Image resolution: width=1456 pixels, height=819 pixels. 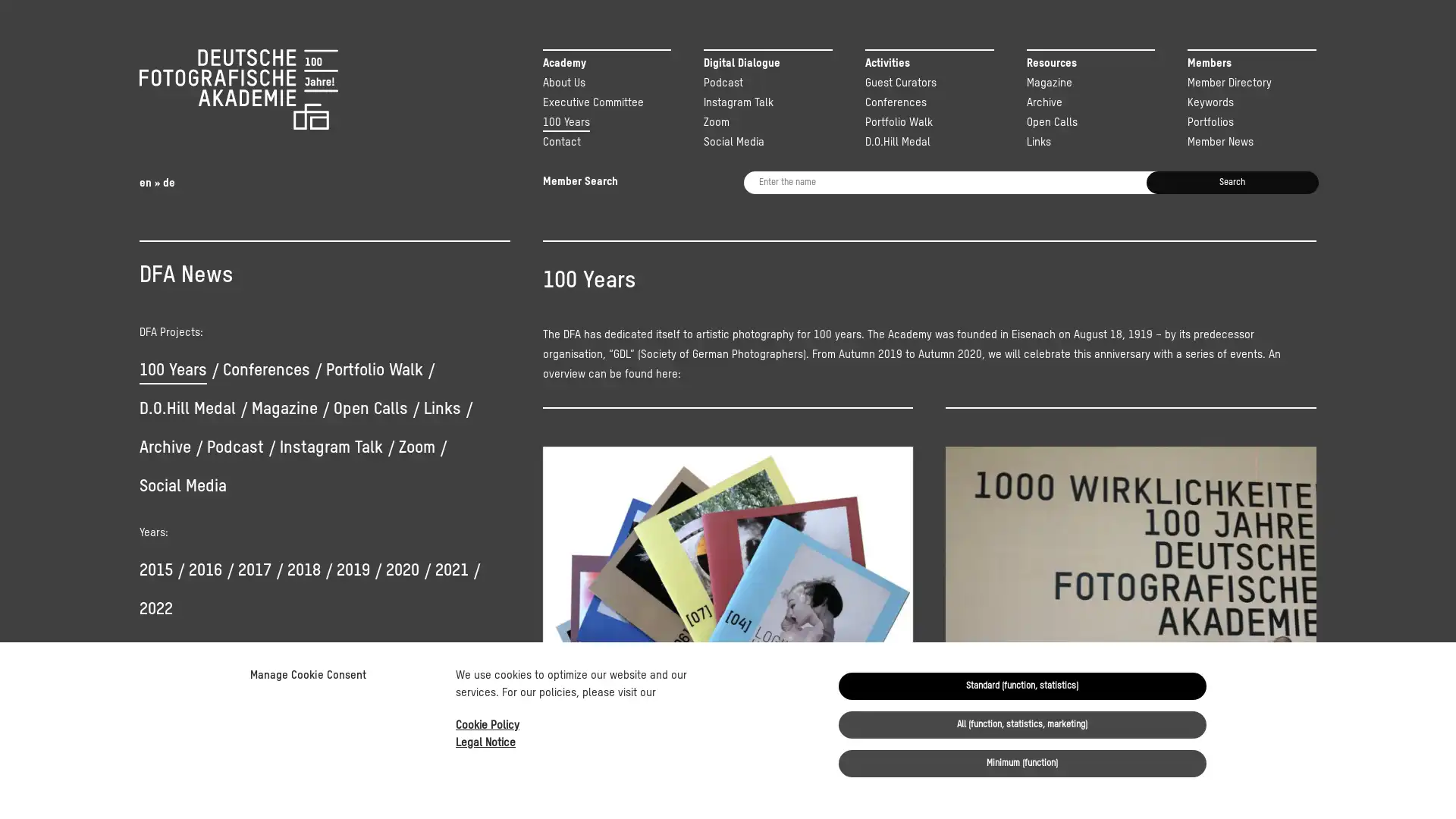 I want to click on All (function, statistics, marketing), so click(x=1021, y=724).